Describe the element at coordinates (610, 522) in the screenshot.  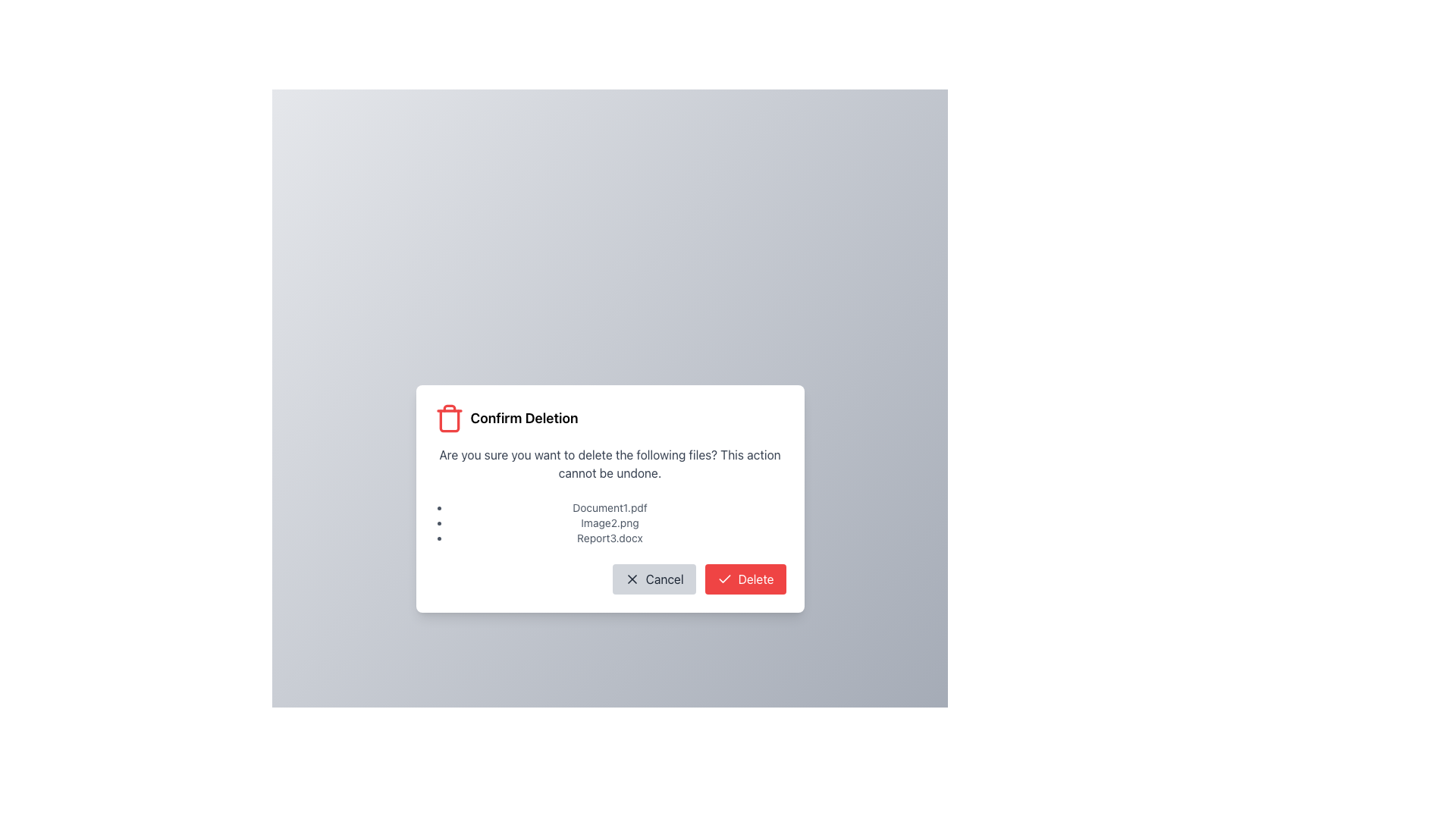
I see `the text label displaying 'Image2.png', which is the second item in a vertical list of three elements, positioned below 'Document1.pdf' and above 'Report3.docx'` at that location.